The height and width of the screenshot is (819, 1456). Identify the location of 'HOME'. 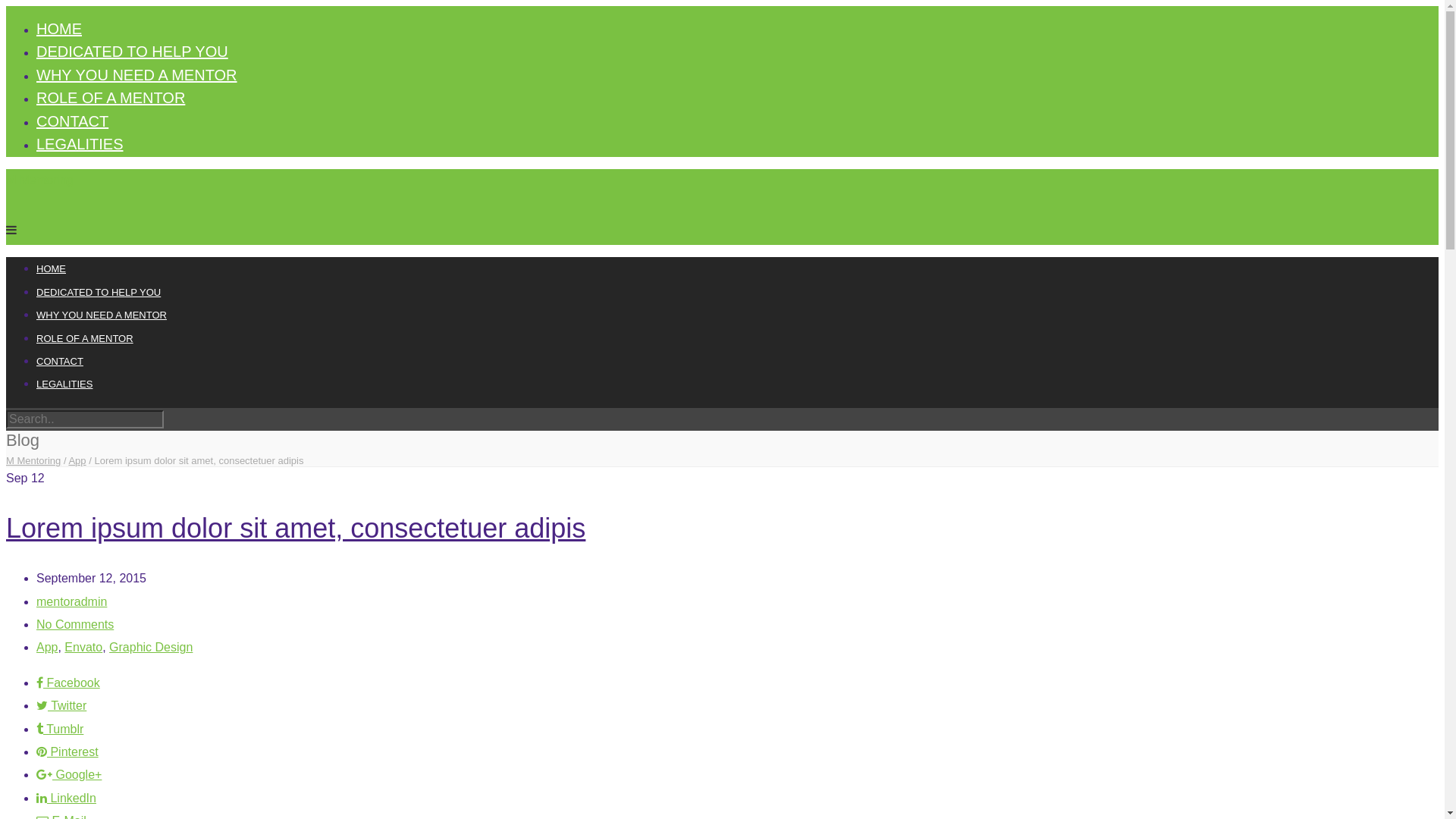
(51, 268).